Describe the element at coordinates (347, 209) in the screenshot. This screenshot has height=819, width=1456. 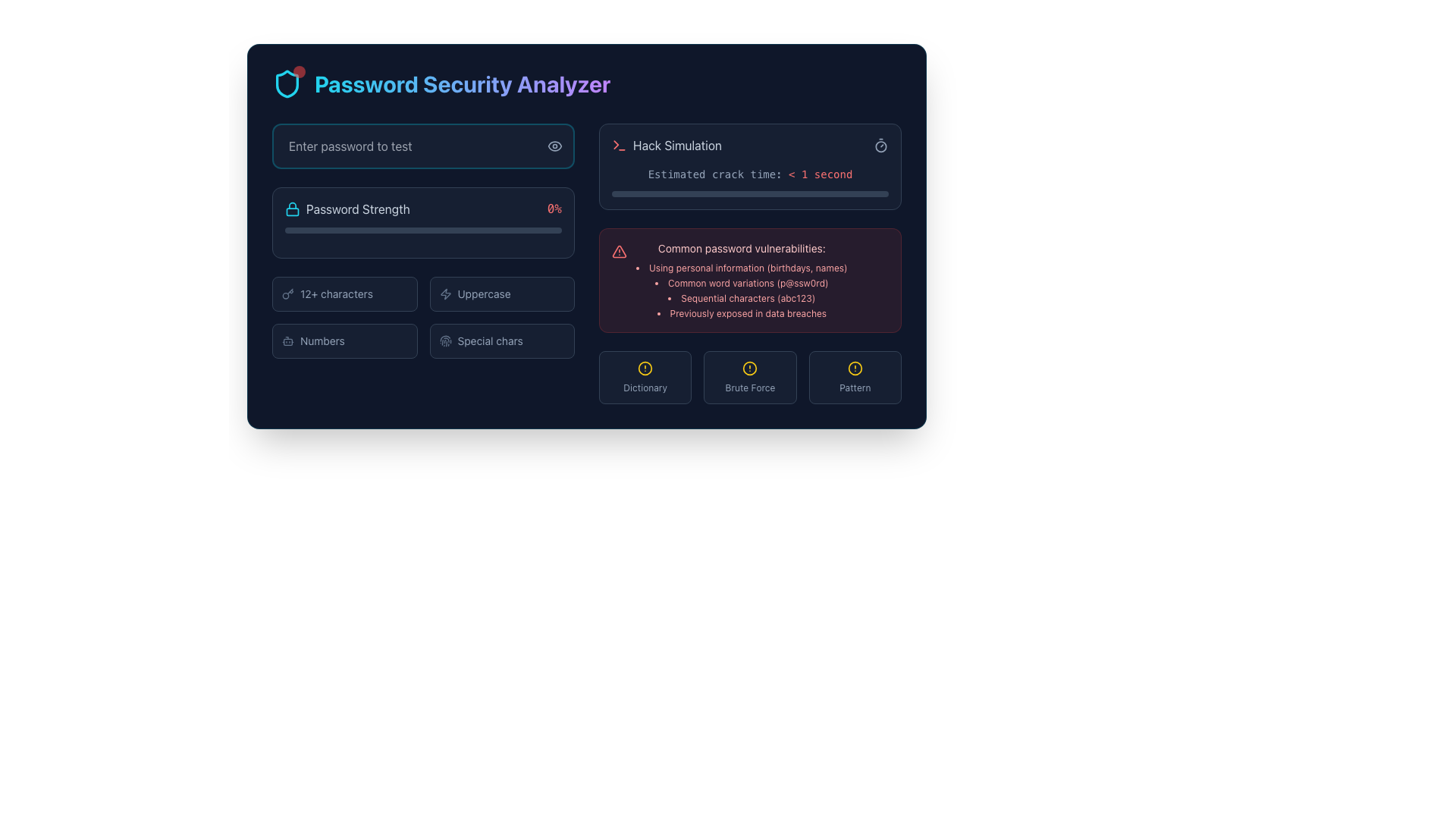
I see `the 'Password Strength' label with a lock icon styled in cyan, which is located below the 'Enter password to test' input field and is part of the password analysis details group` at that location.